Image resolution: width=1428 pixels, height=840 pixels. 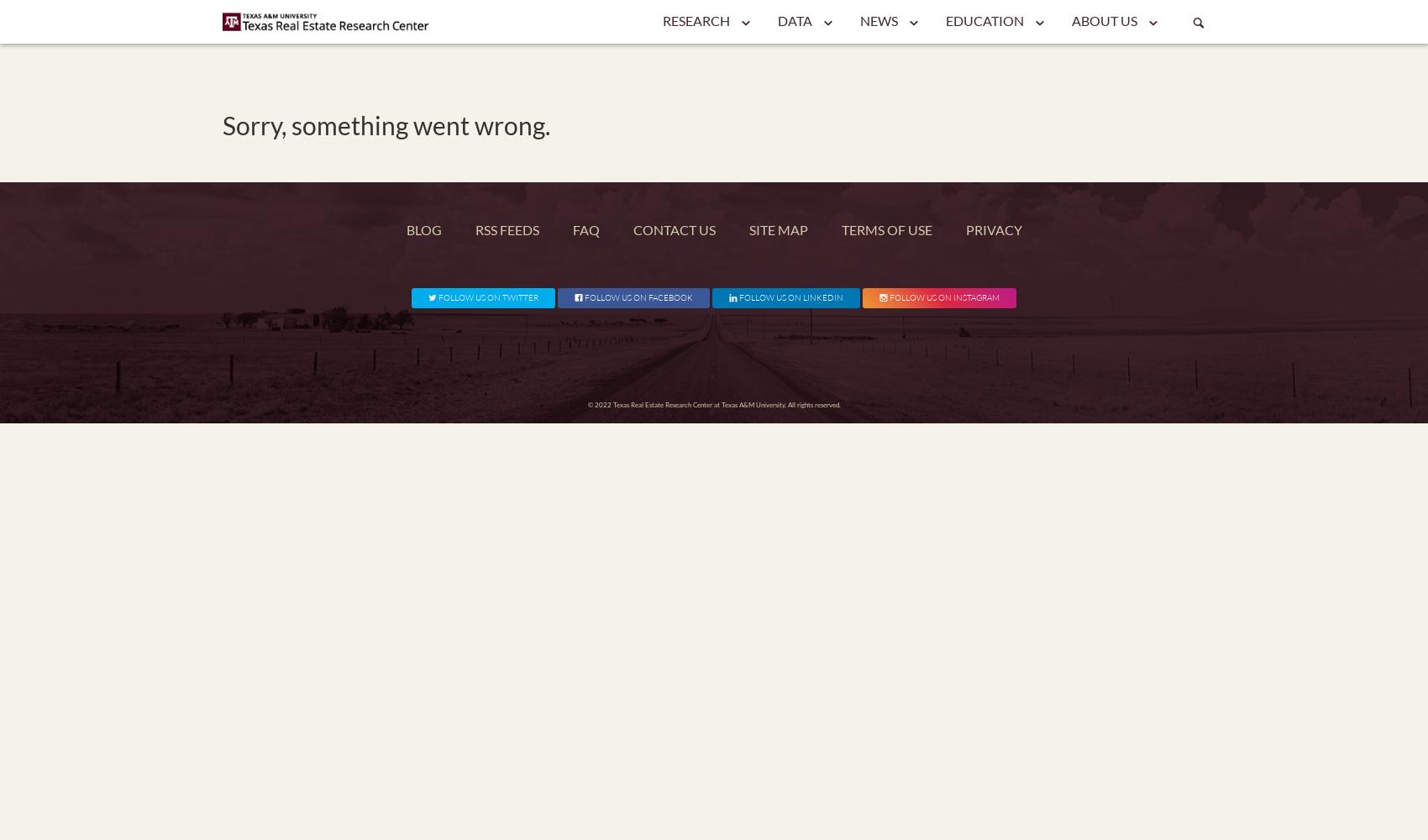 I want to click on 'Privacy', so click(x=992, y=229).